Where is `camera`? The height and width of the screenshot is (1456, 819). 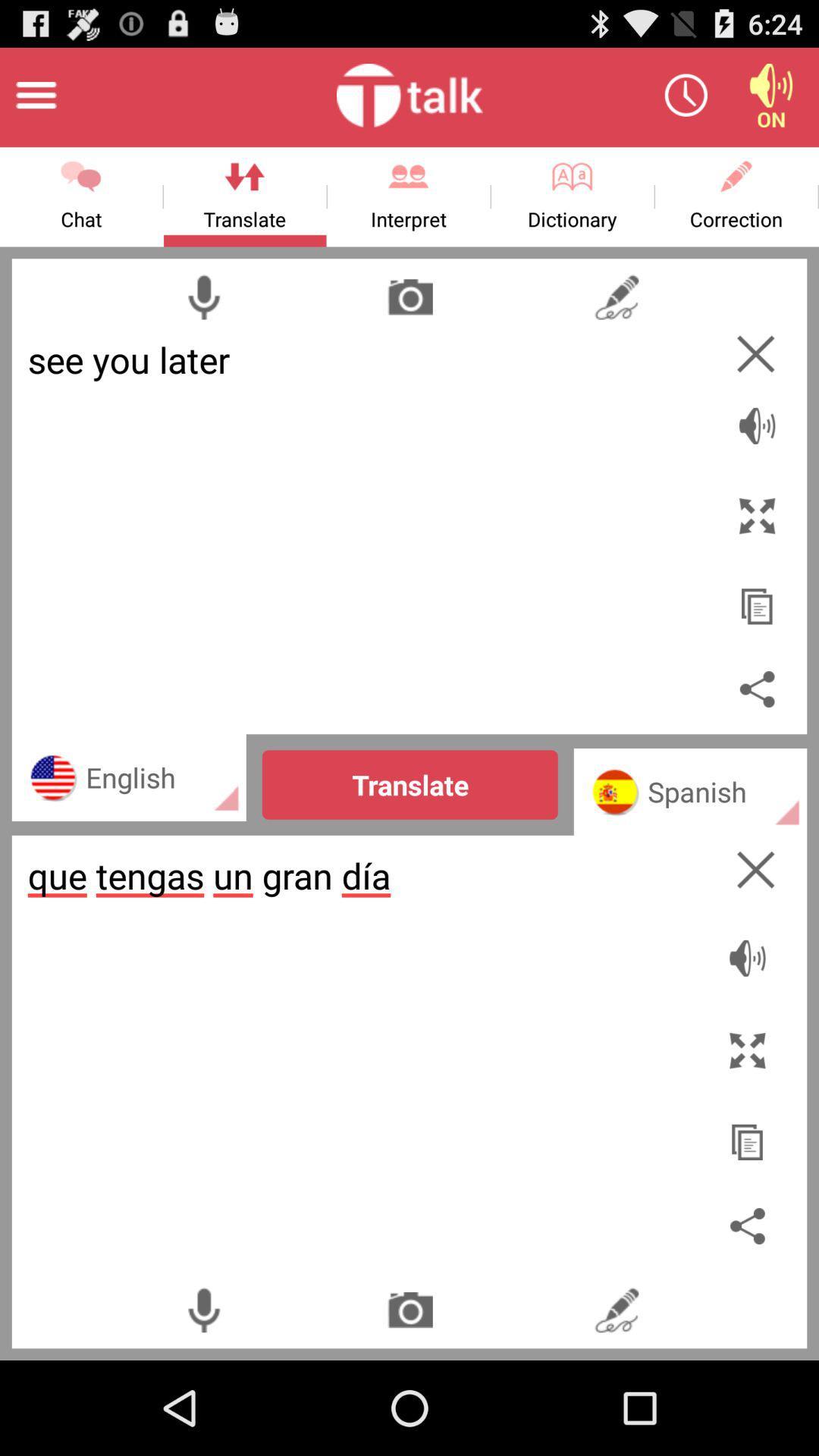 camera is located at coordinates (410, 1309).